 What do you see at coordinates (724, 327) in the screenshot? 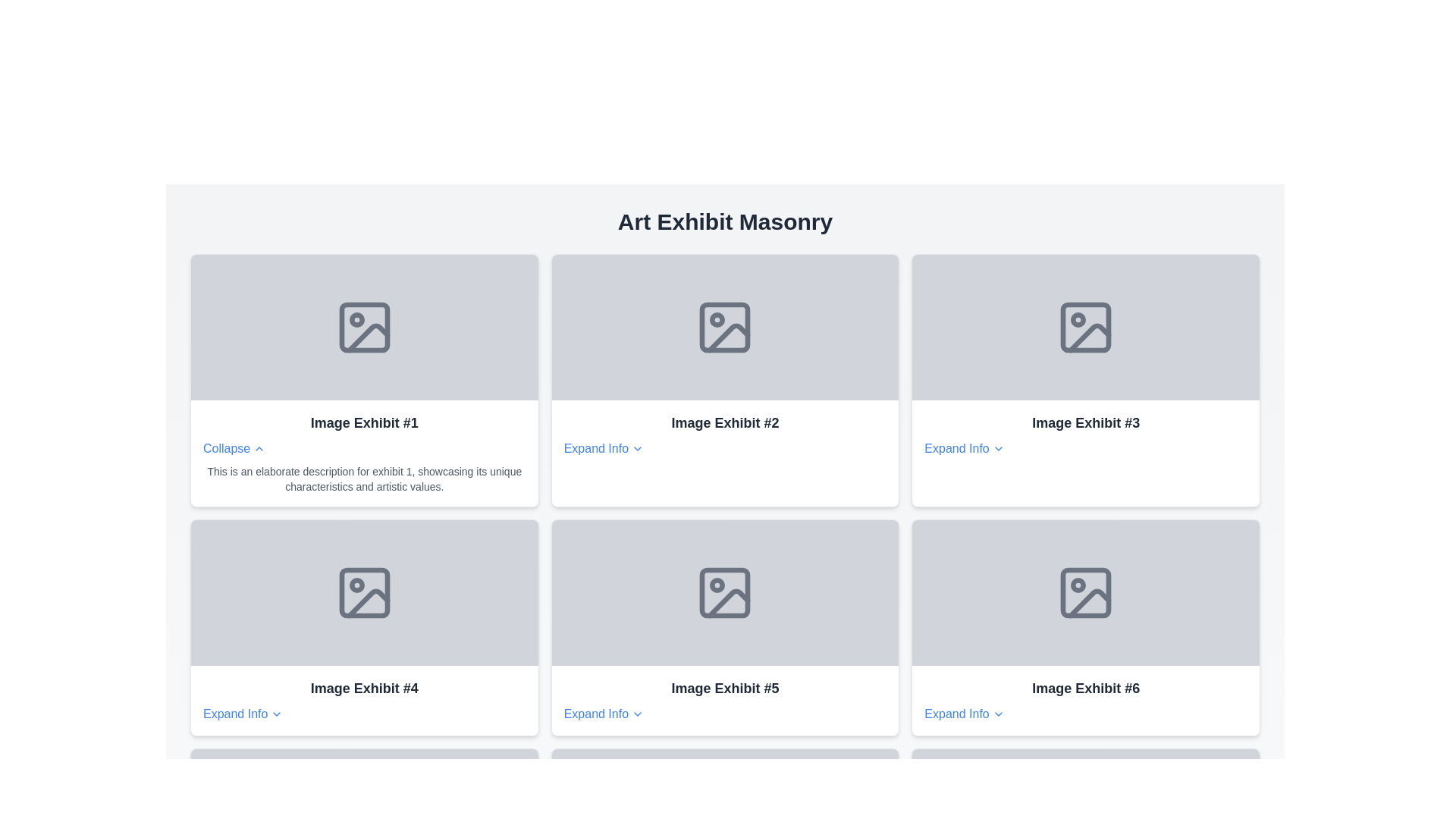
I see `the image icon represented by the decorative rectangle in the upper center of the 'Image Exhibit #2' panel` at bounding box center [724, 327].